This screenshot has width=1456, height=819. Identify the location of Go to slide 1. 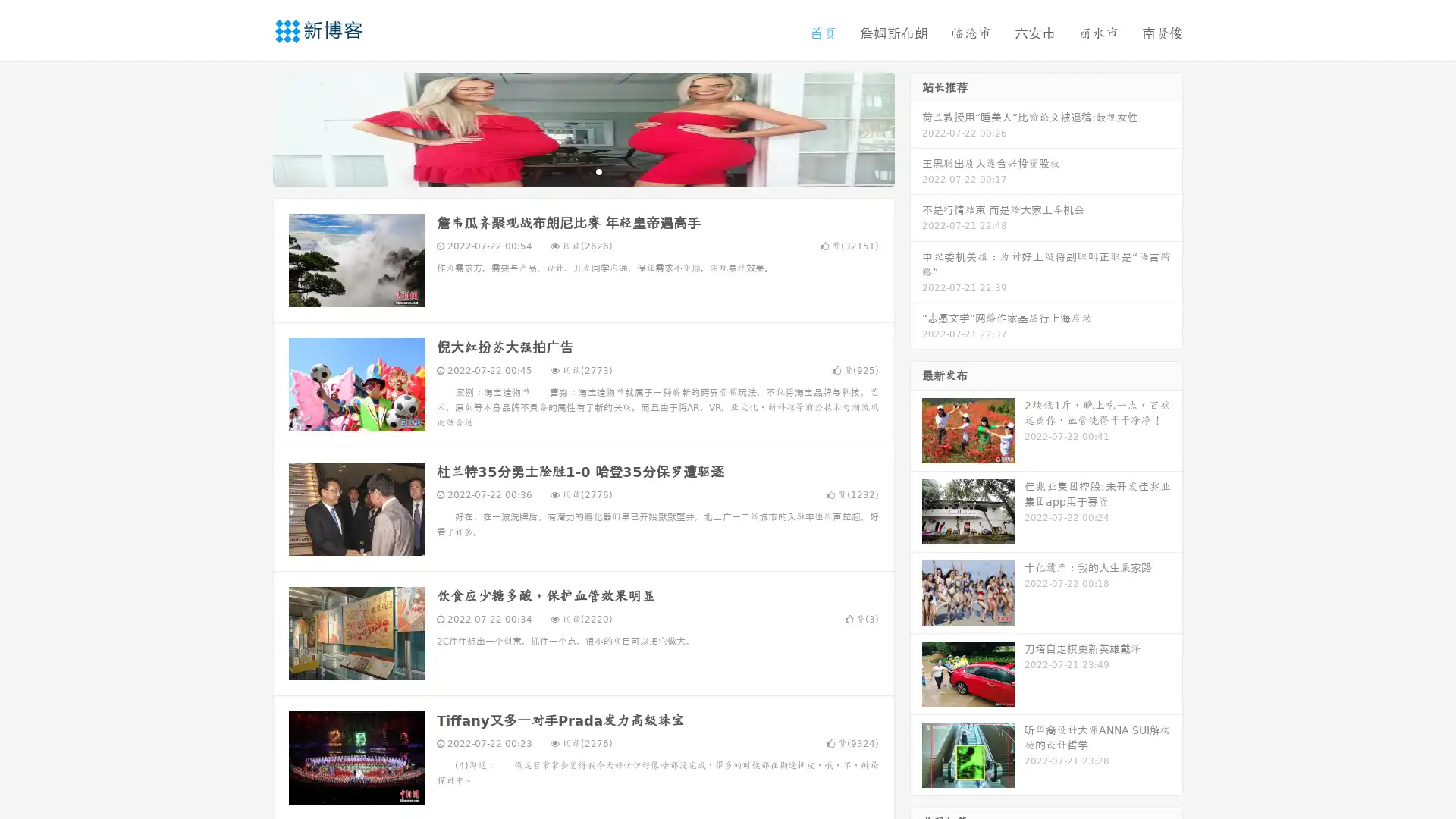
(567, 171).